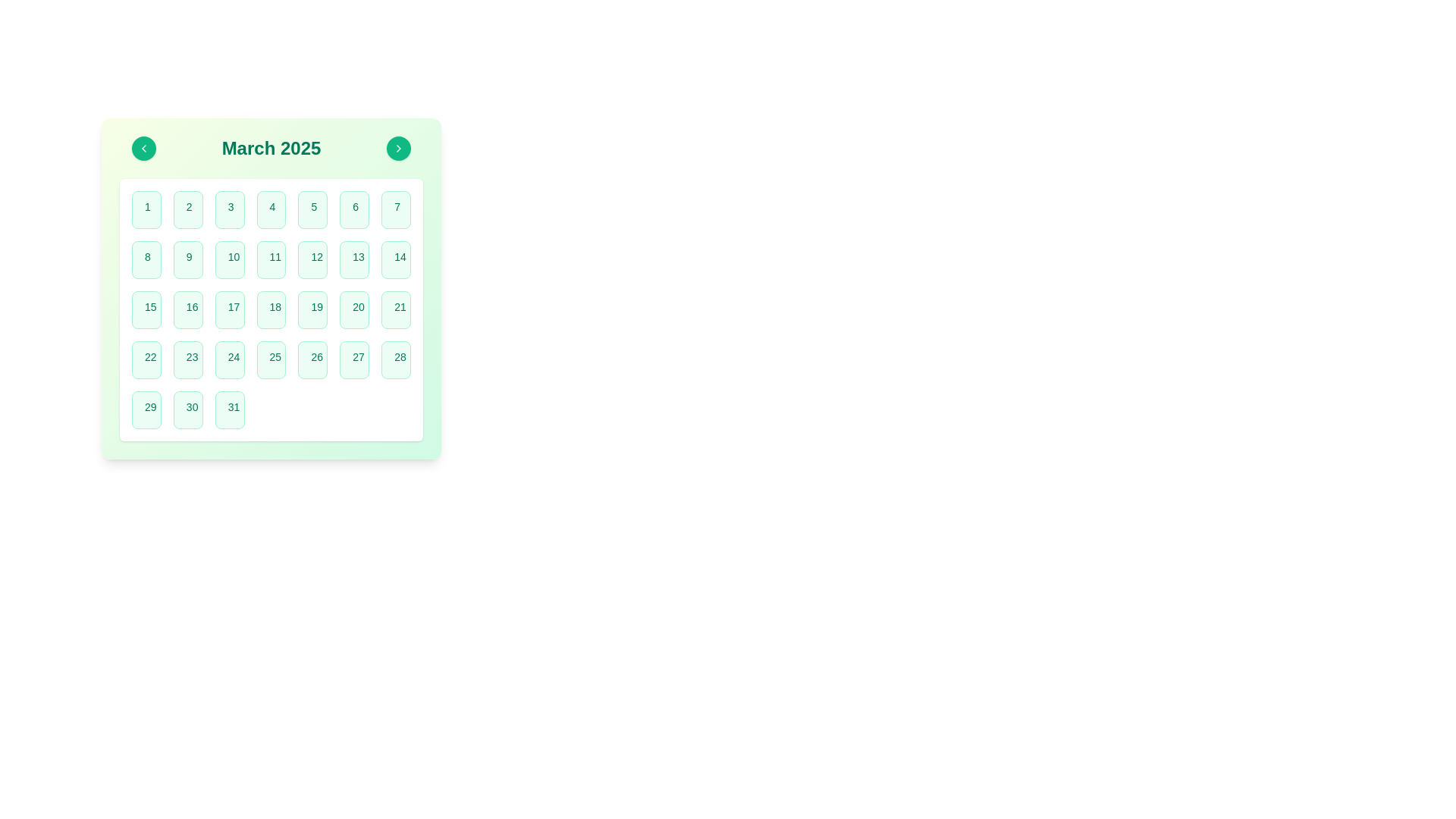  What do you see at coordinates (271, 359) in the screenshot?
I see `the Calendar day cell displaying the date '25' with a light green background` at bounding box center [271, 359].